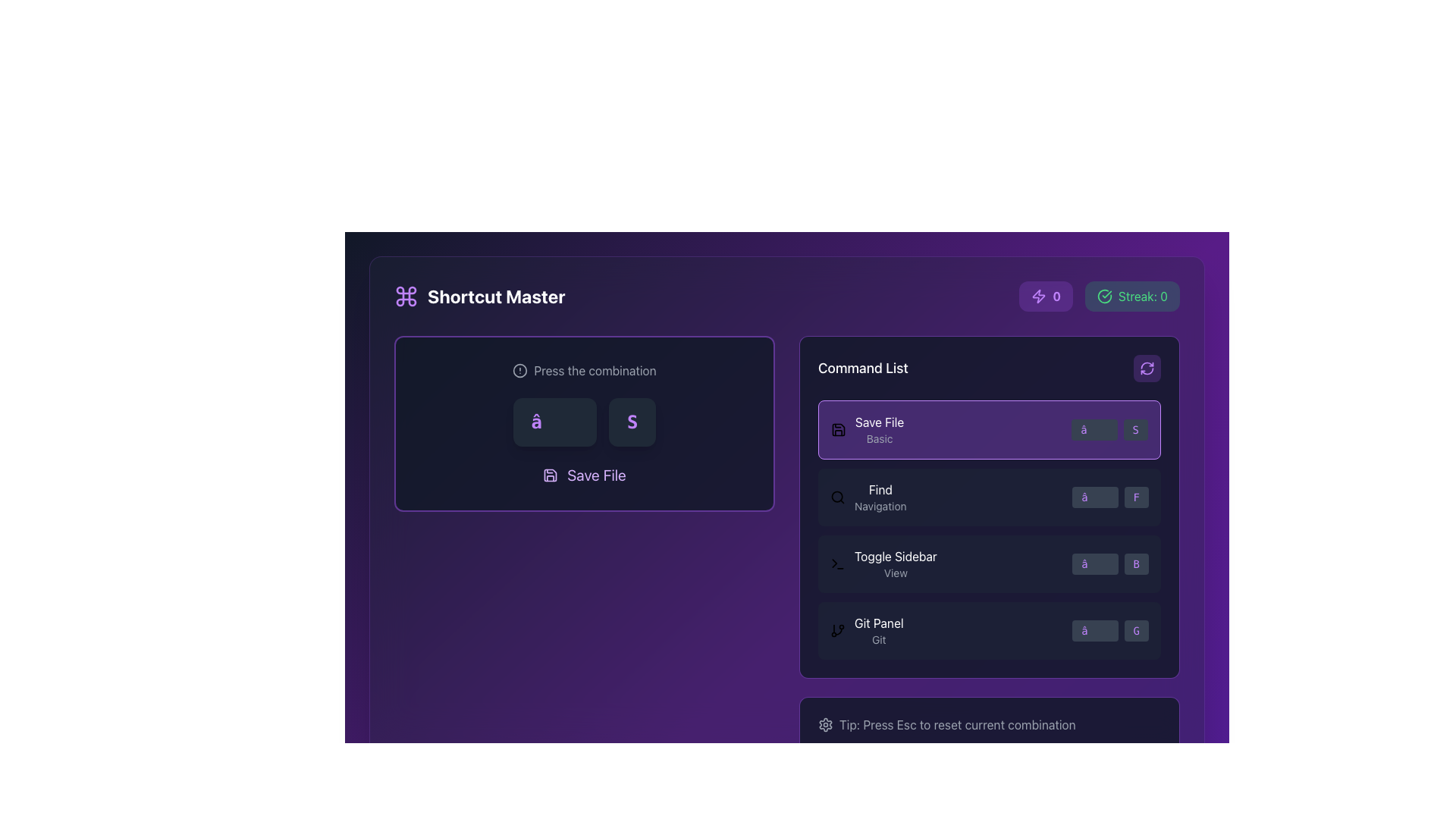 This screenshot has height=819, width=1456. Describe the element at coordinates (1147, 369) in the screenshot. I see `the refresh icon button located in the top-right corner of the 'Command List' panel` at that location.